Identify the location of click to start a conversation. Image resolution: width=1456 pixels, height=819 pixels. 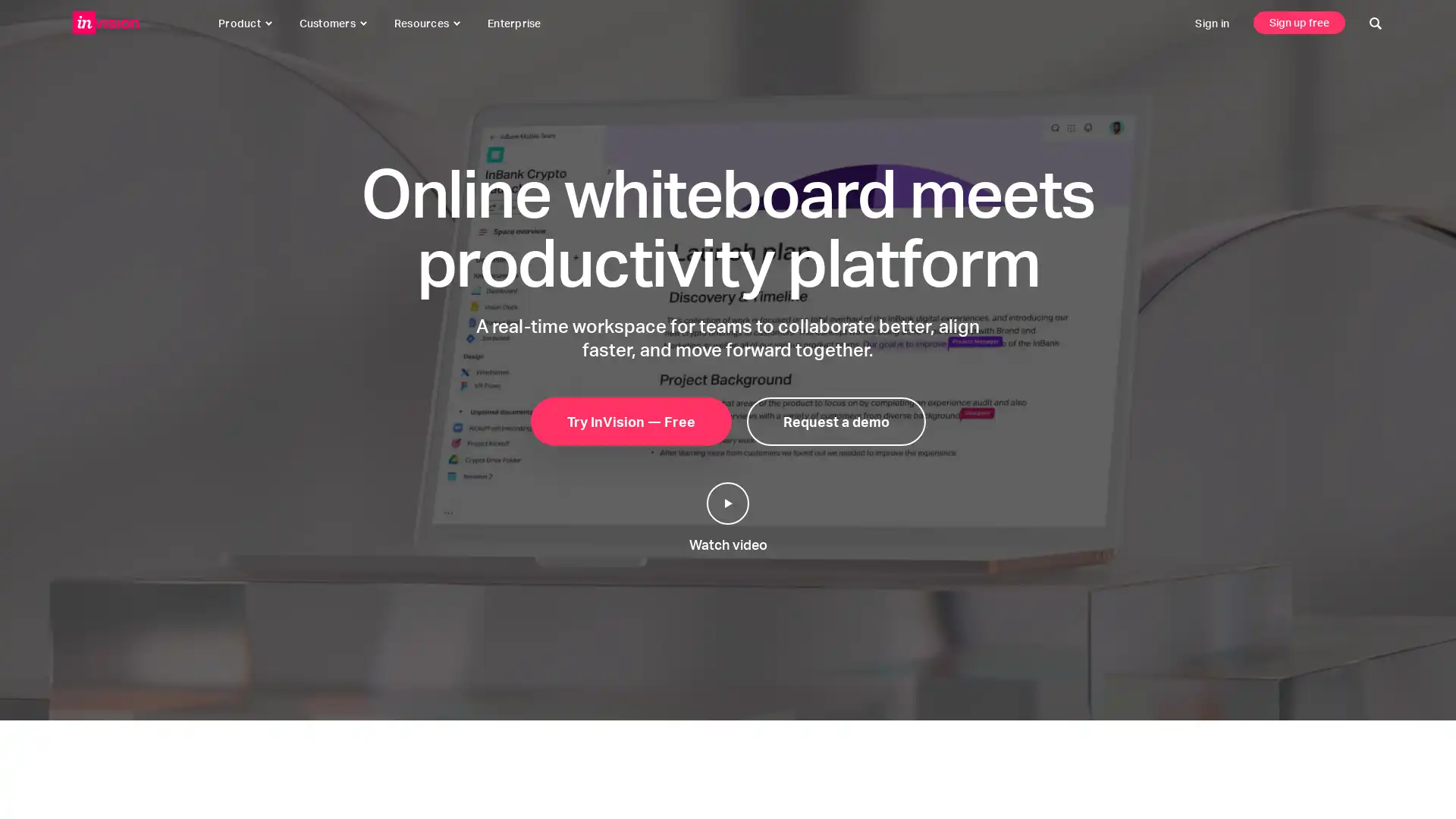
(1407, 772).